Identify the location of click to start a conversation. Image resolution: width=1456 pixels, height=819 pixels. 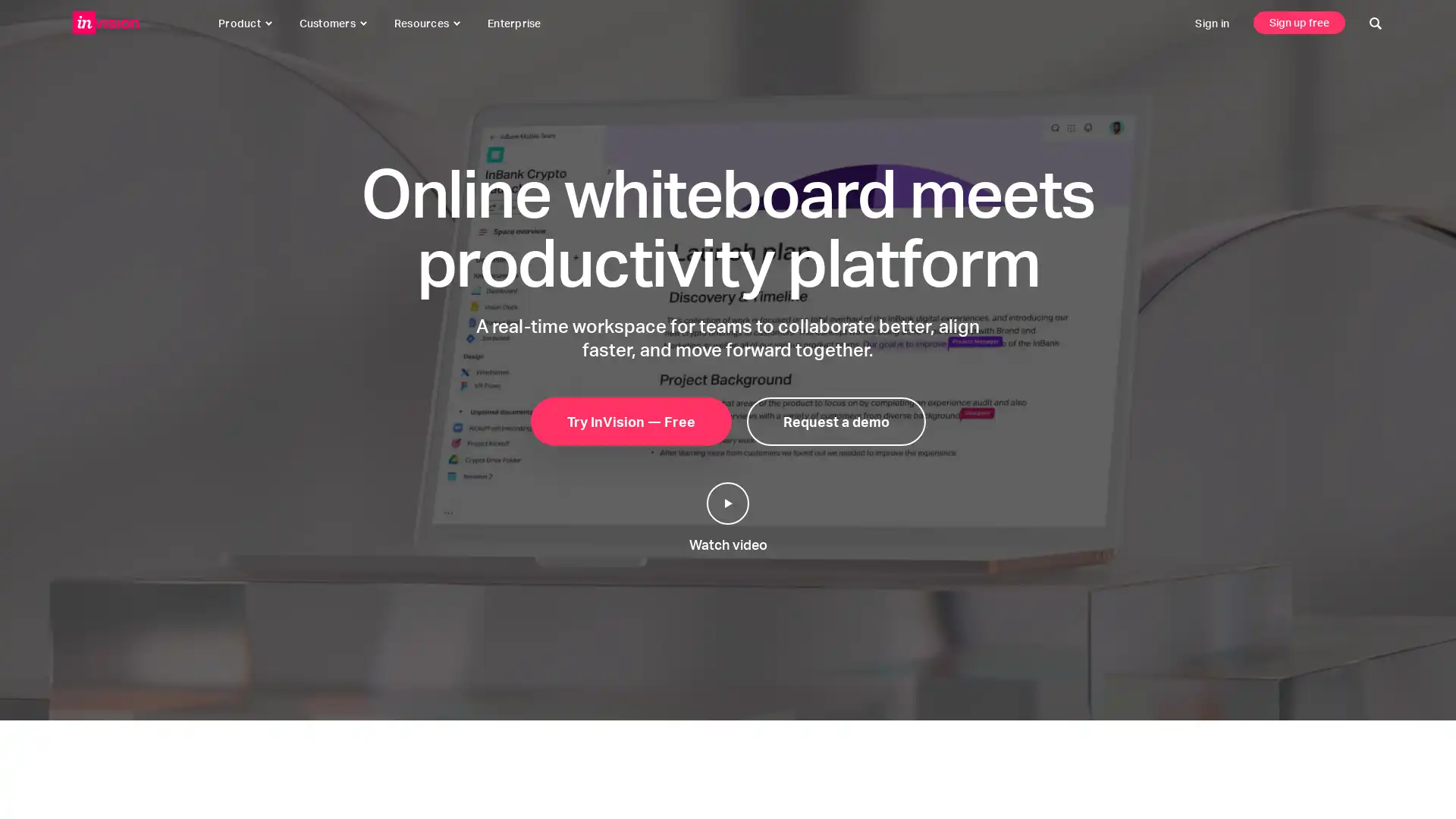
(1407, 772).